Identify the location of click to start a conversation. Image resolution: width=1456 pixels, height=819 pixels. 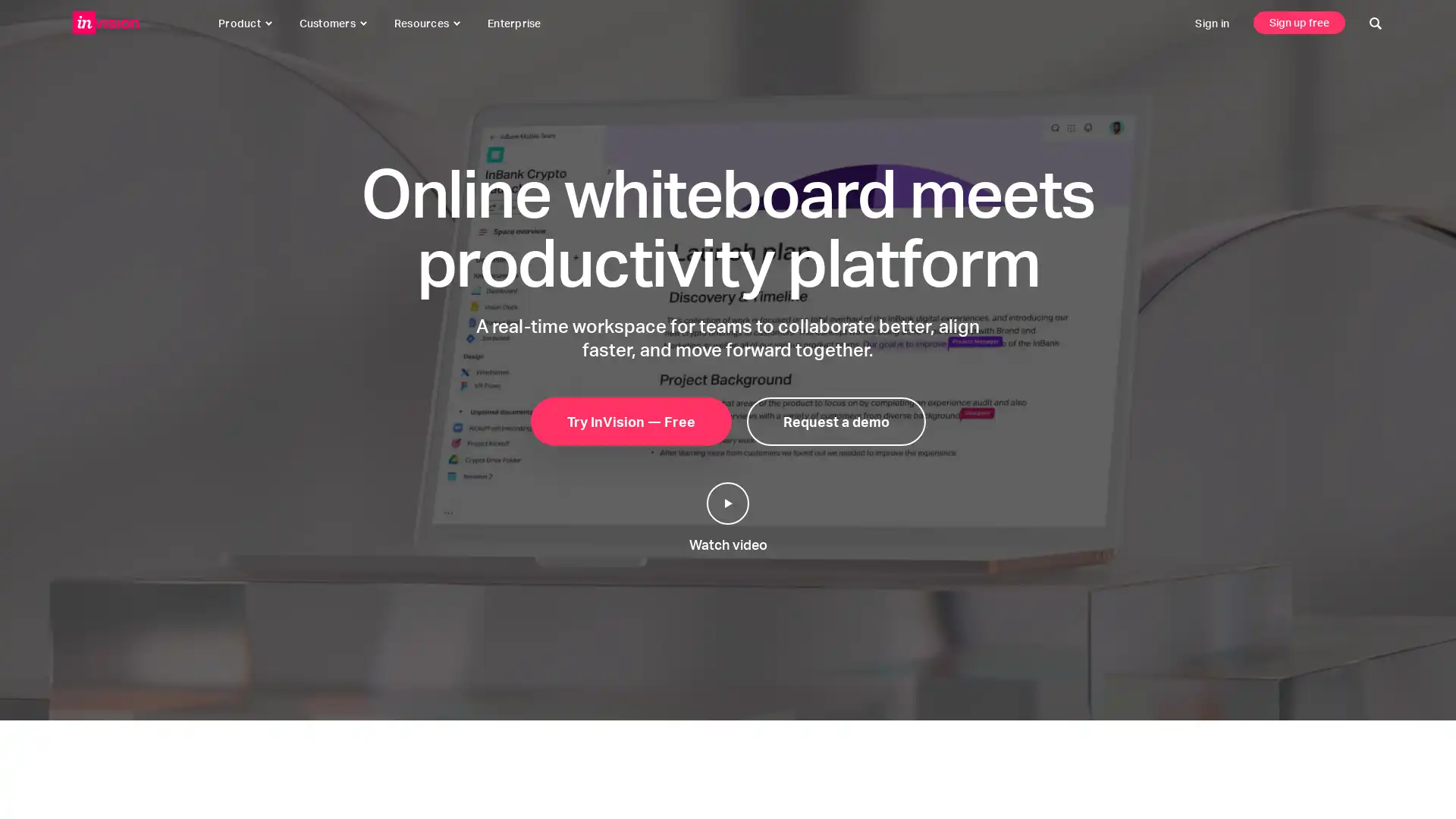
(1407, 772).